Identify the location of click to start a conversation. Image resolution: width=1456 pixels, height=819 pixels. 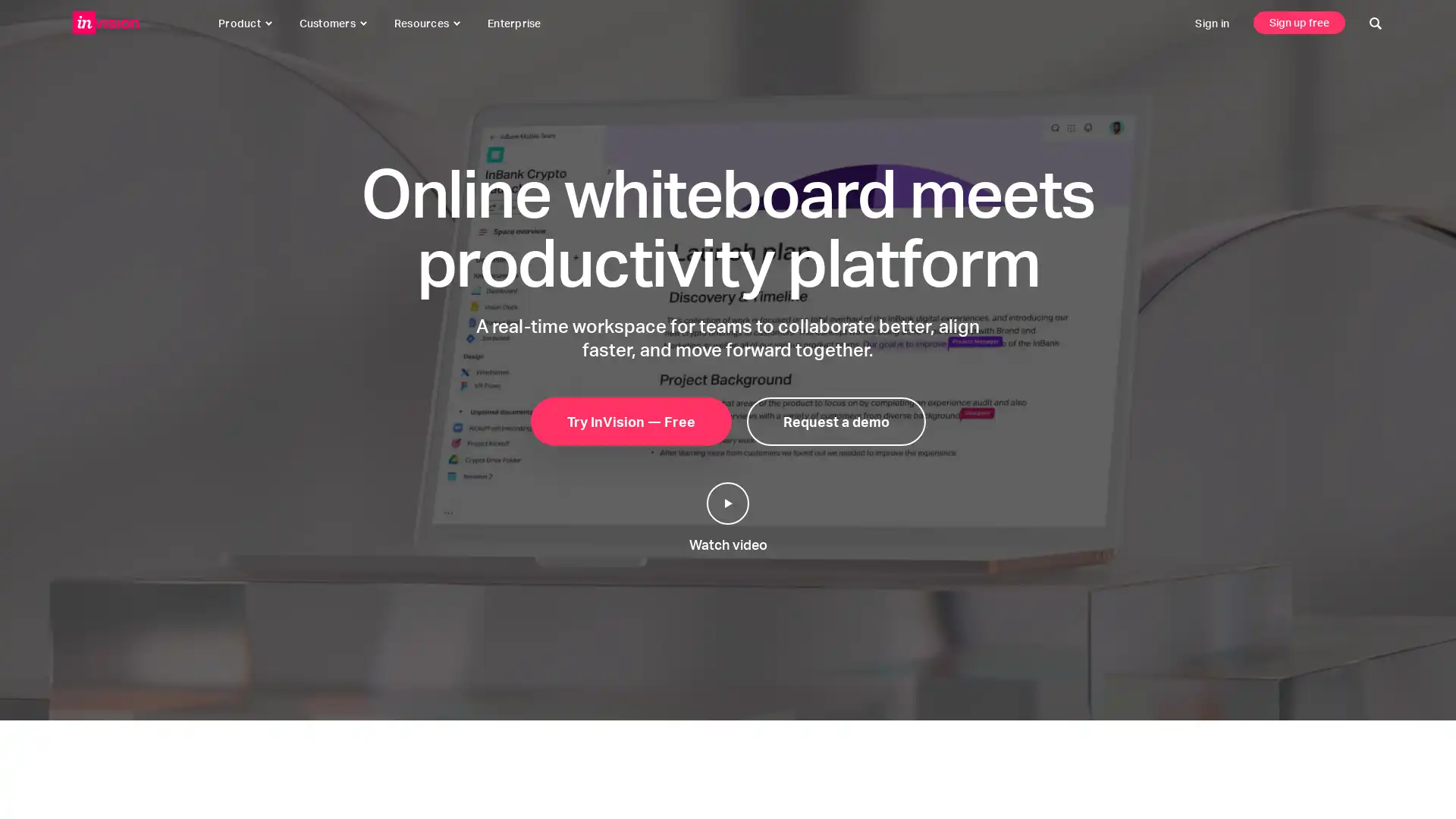
(1407, 772).